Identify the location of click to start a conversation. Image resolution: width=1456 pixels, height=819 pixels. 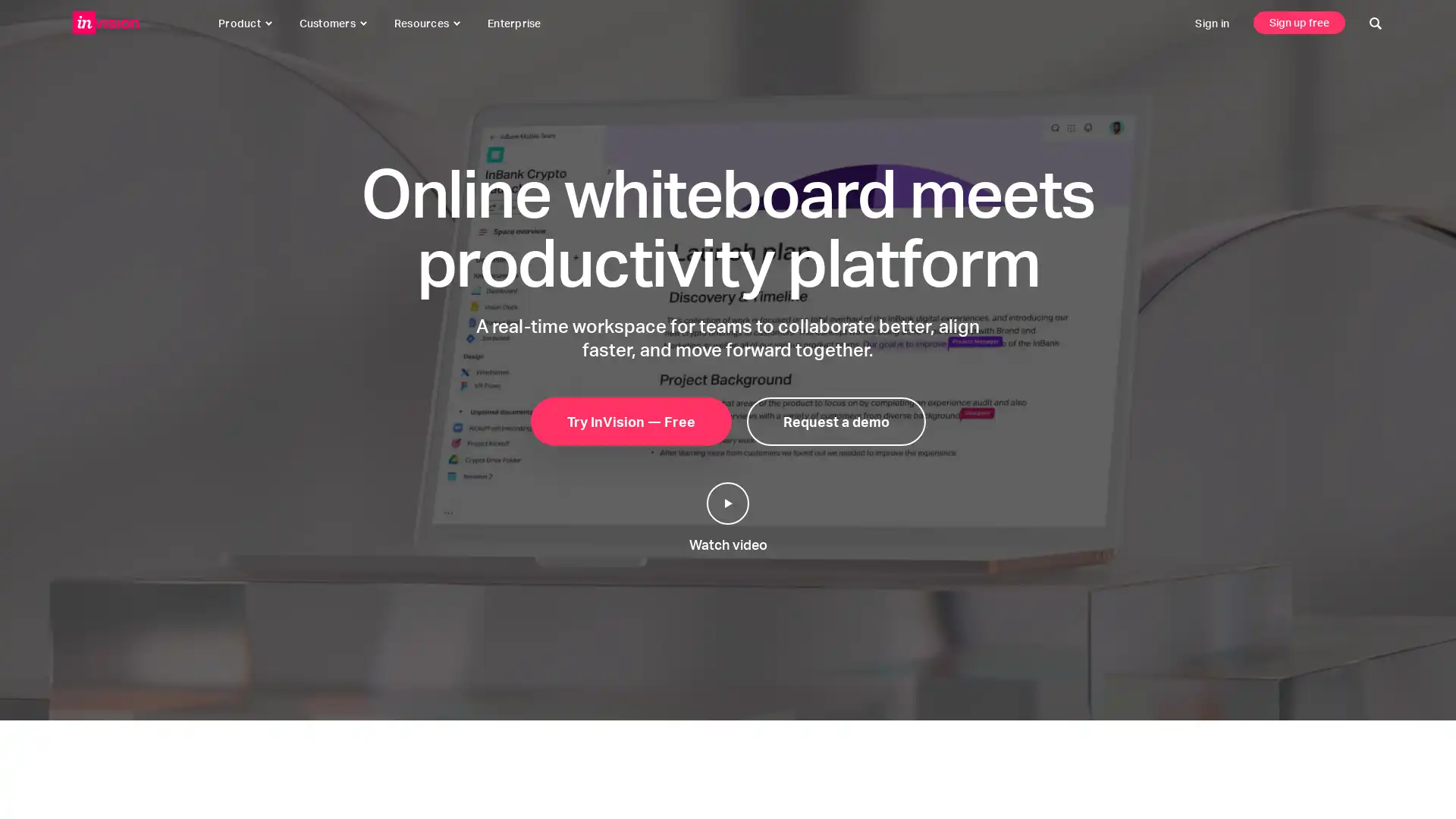
(1407, 772).